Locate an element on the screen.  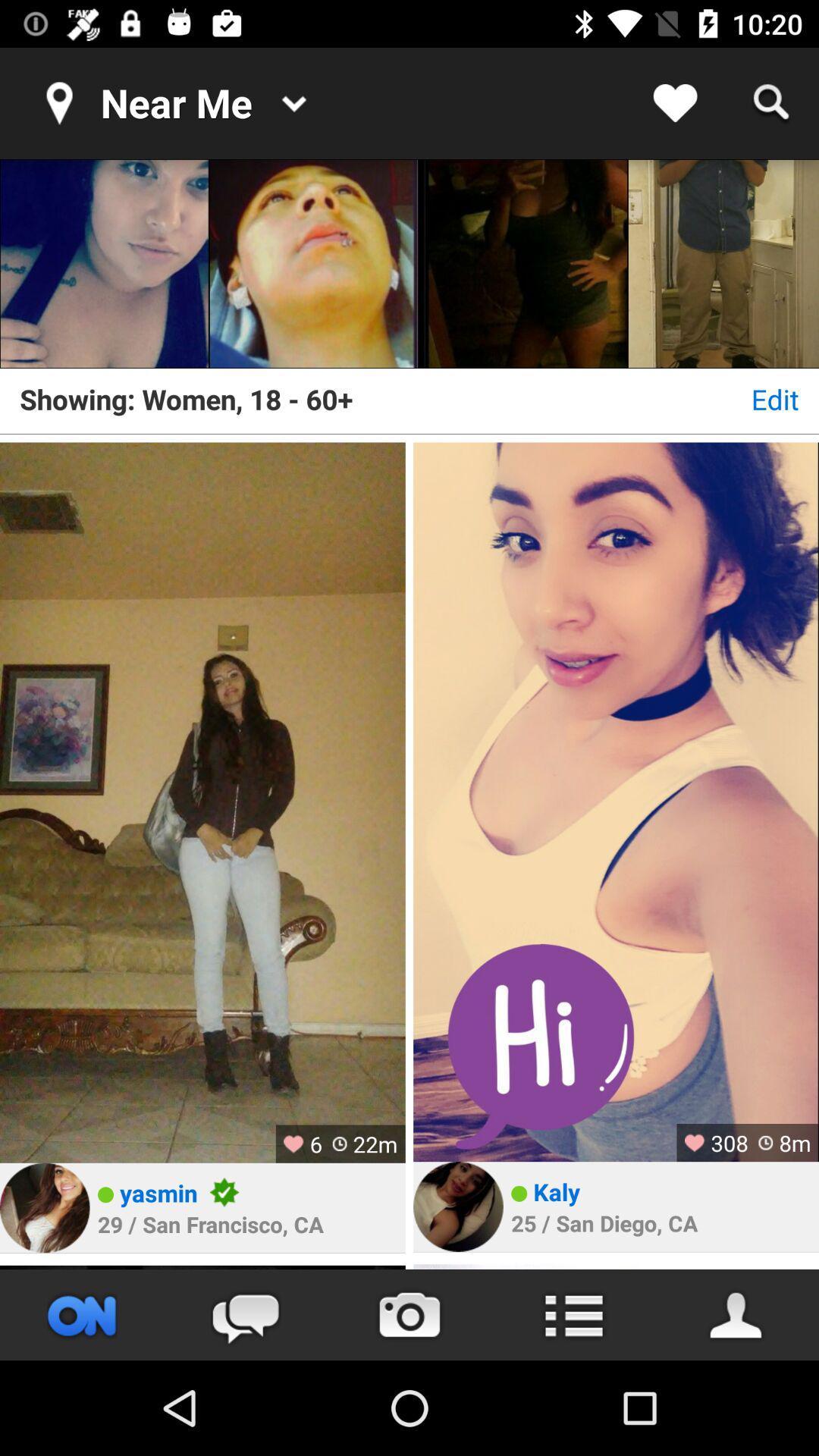
open yasmin profile is located at coordinates (44, 1207).